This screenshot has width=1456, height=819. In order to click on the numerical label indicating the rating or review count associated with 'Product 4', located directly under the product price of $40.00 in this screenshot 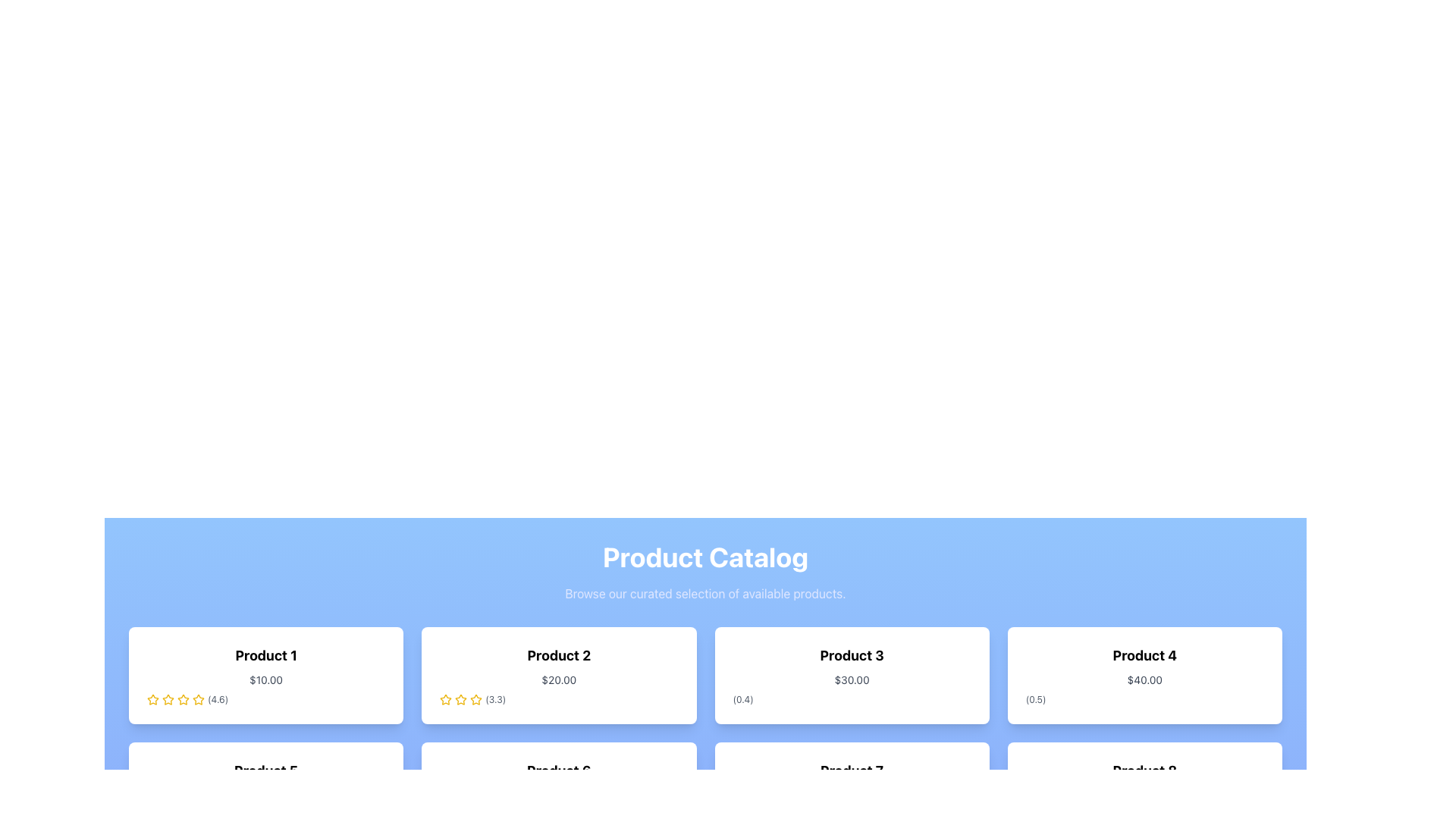, I will do `click(1035, 699)`.